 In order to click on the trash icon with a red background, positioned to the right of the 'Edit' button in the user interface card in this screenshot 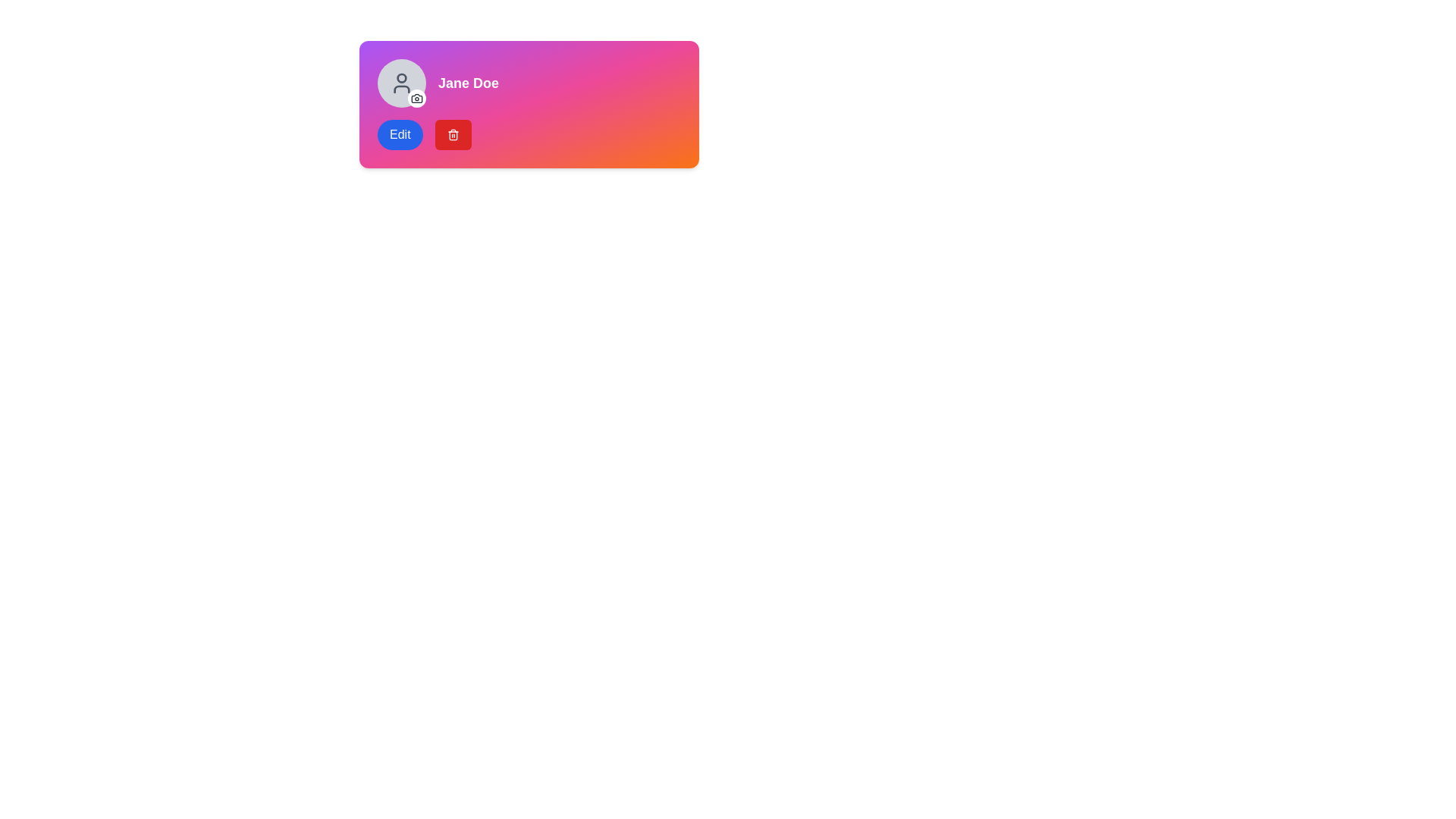, I will do `click(452, 133)`.